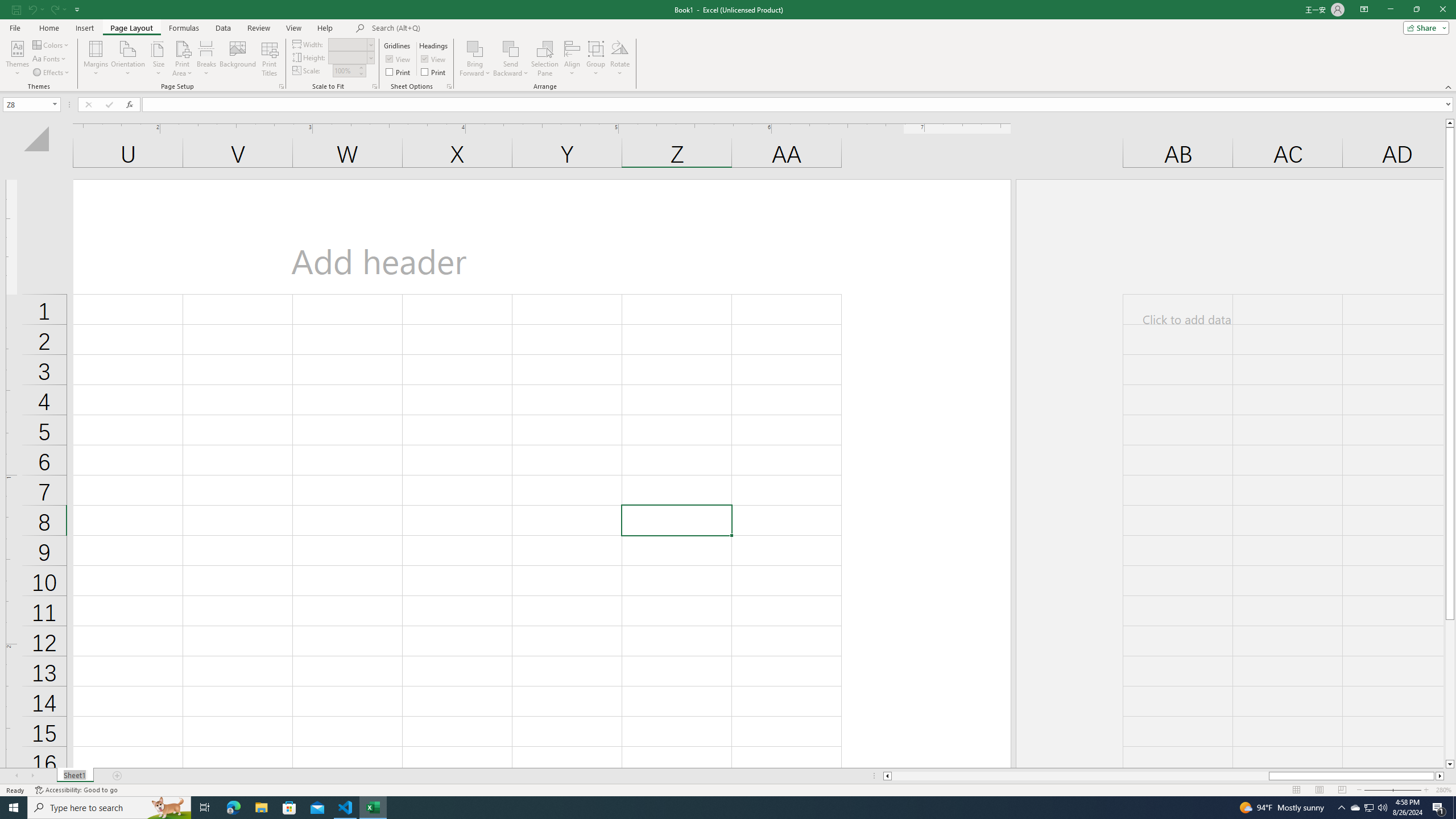 The image size is (1456, 819). What do you see at coordinates (886, 775) in the screenshot?
I see `'Column left'` at bounding box center [886, 775].